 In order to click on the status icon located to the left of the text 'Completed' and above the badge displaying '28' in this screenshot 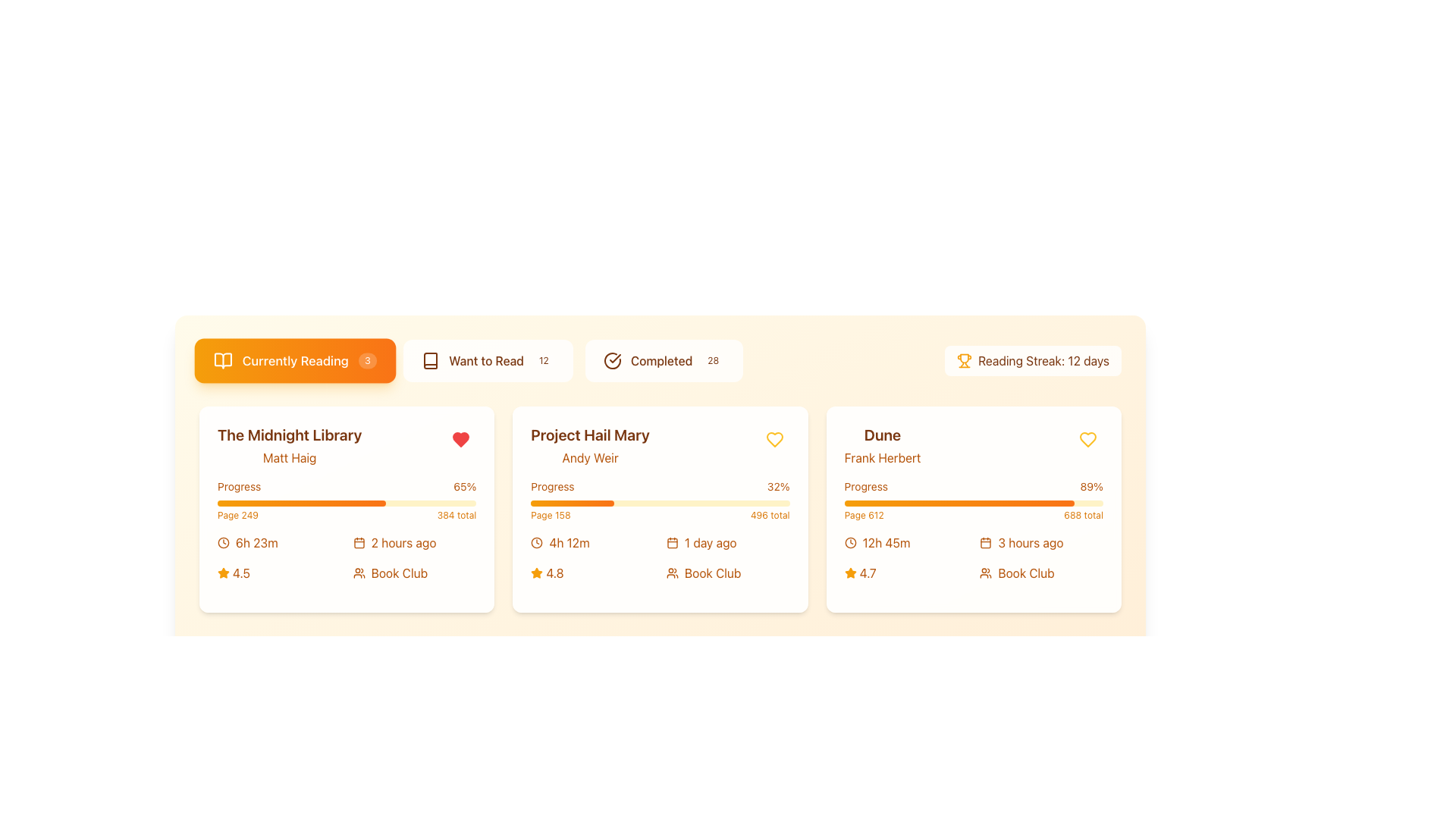, I will do `click(612, 360)`.